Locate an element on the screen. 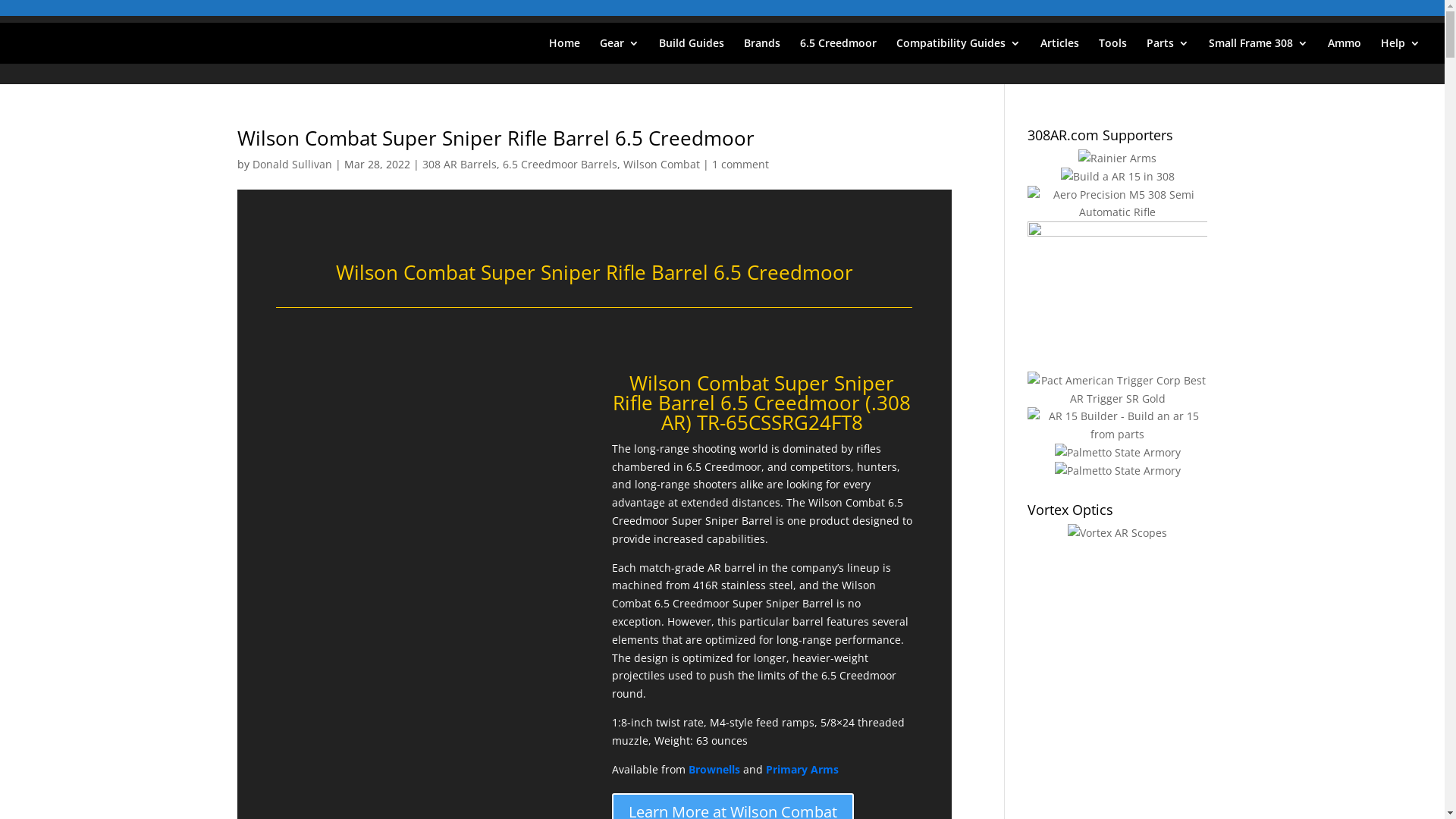 Image resolution: width=1456 pixels, height=819 pixels. 'Small Frame 308' is located at coordinates (1258, 49).